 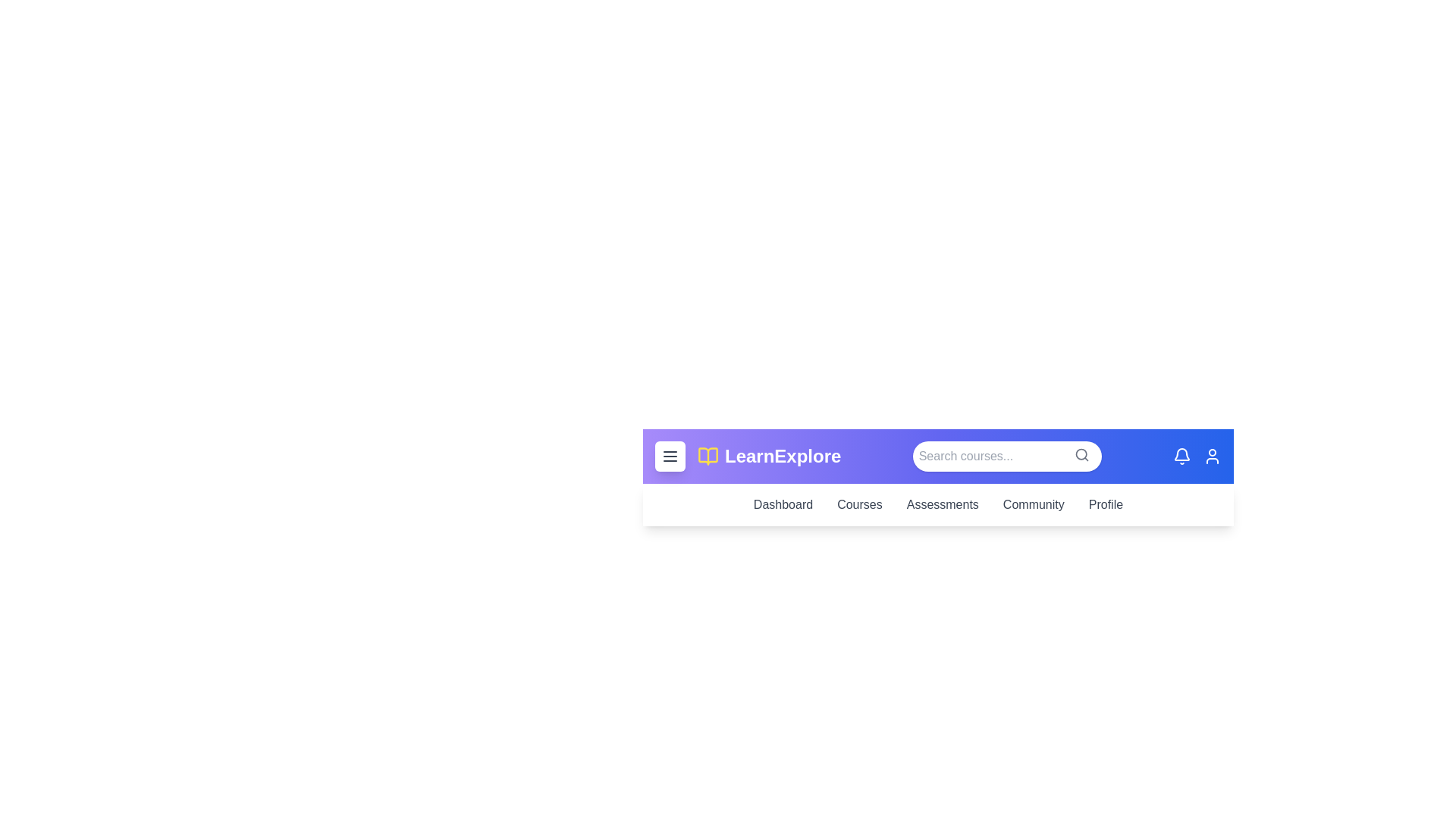 What do you see at coordinates (858, 505) in the screenshot?
I see `the navigation link 'Courses' to observe its hover effect` at bounding box center [858, 505].